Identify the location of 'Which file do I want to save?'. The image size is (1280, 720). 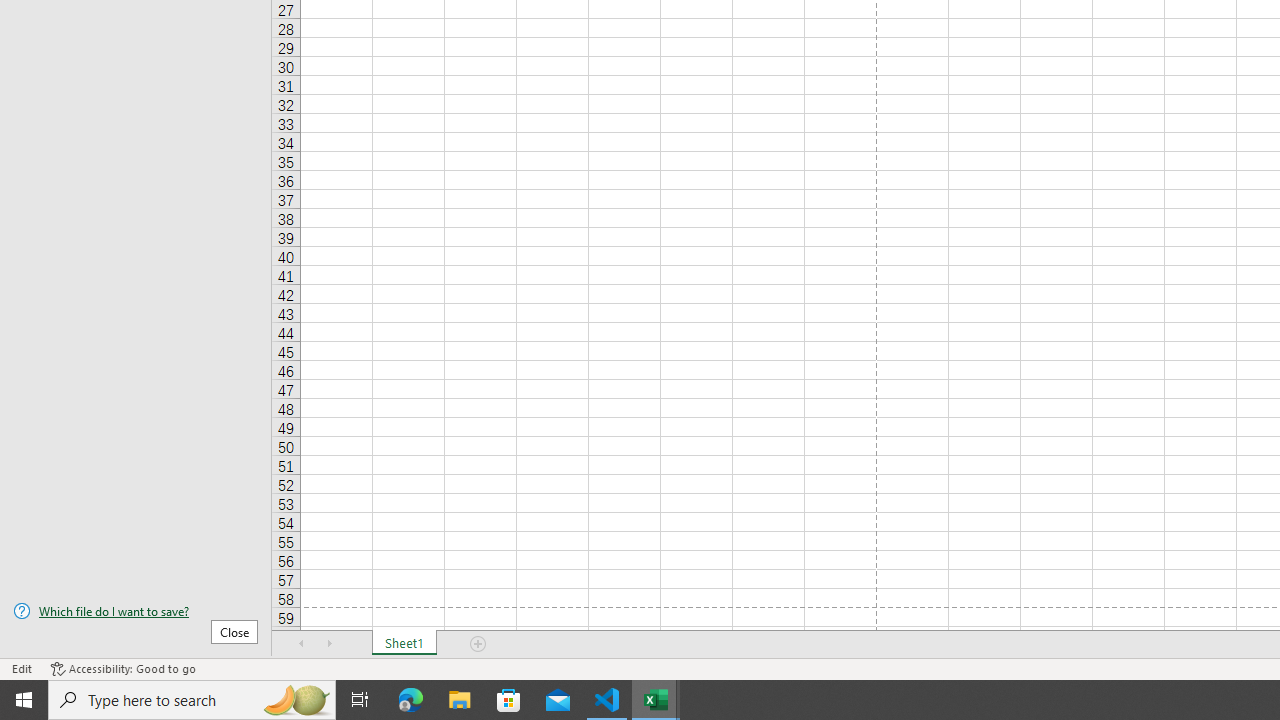
(135, 610).